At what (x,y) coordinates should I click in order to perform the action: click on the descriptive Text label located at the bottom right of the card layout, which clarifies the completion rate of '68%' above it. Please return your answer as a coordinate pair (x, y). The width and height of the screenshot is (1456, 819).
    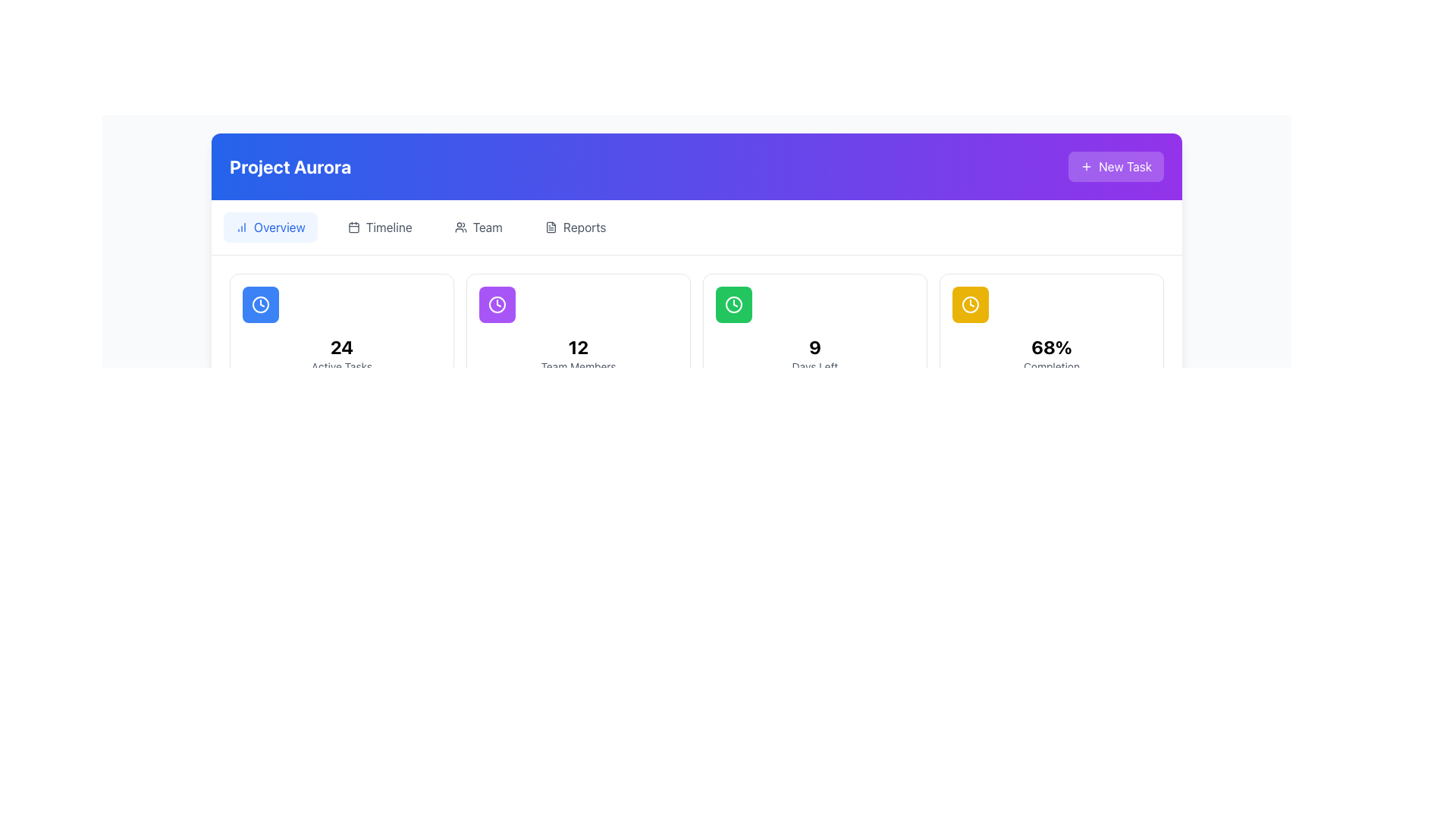
    Looking at the image, I should click on (1051, 366).